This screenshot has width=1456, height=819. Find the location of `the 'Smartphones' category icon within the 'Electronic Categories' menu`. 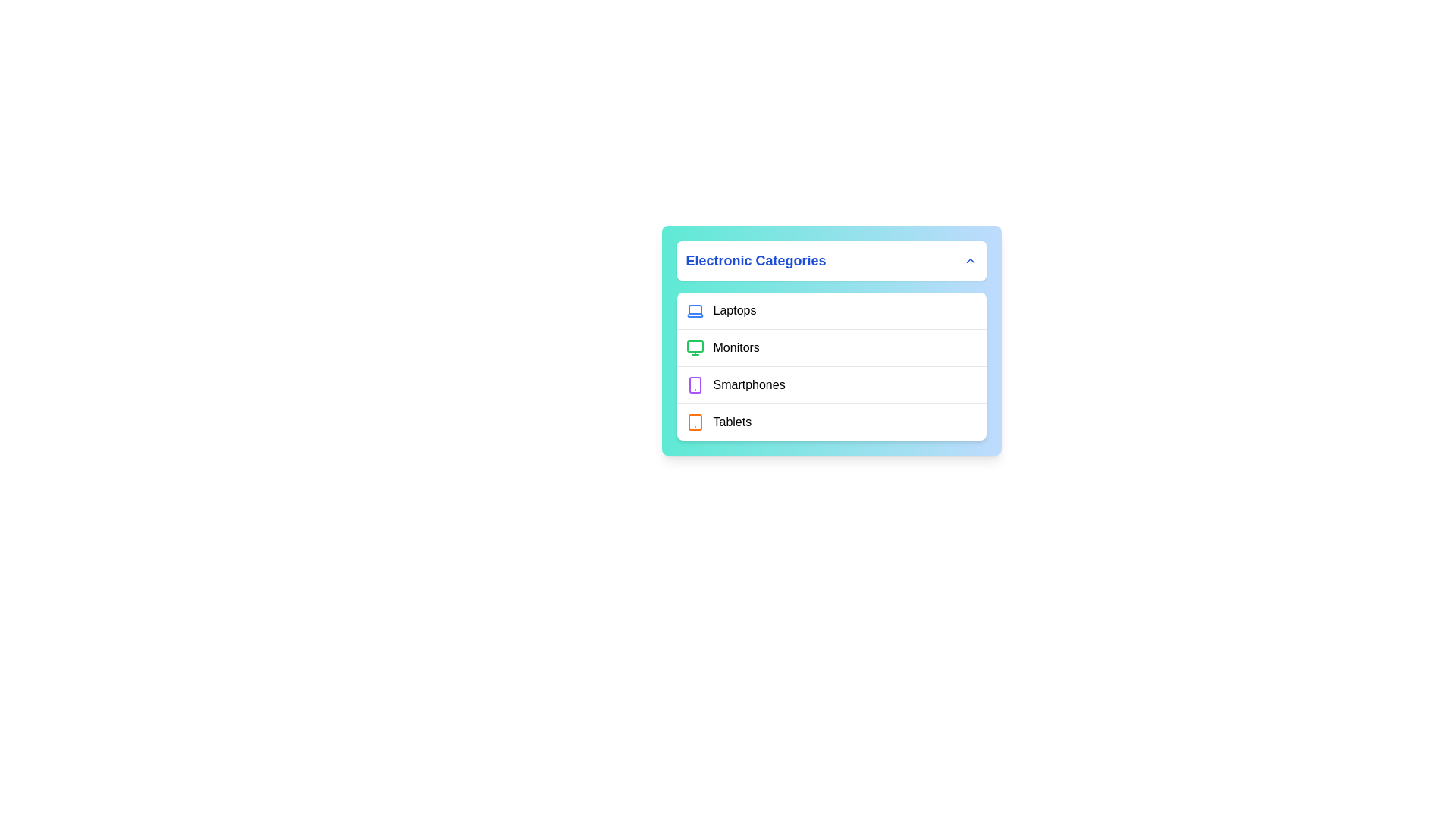

the 'Smartphones' category icon within the 'Electronic Categories' menu is located at coordinates (694, 384).